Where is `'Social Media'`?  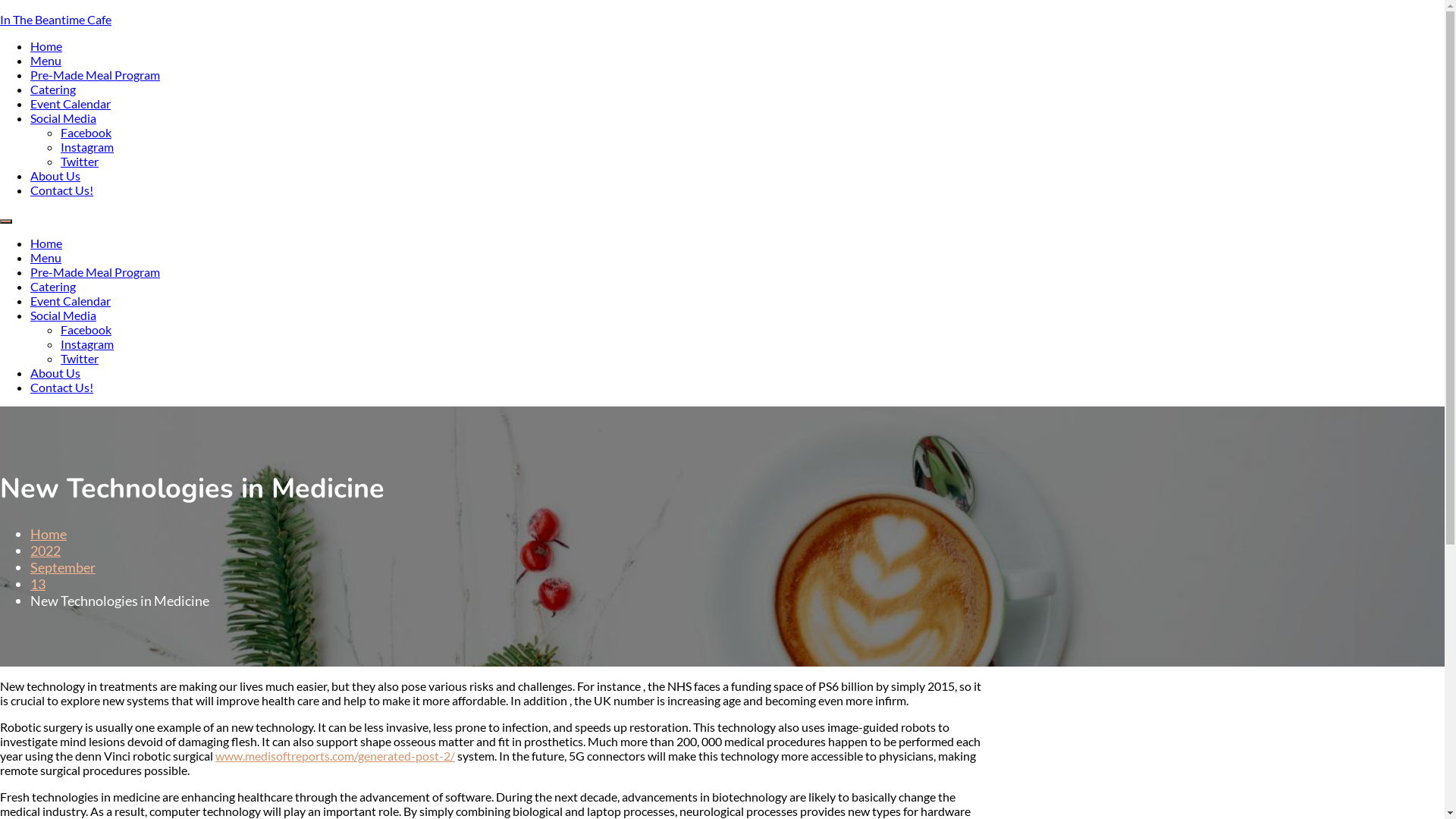
'Social Media' is located at coordinates (62, 117).